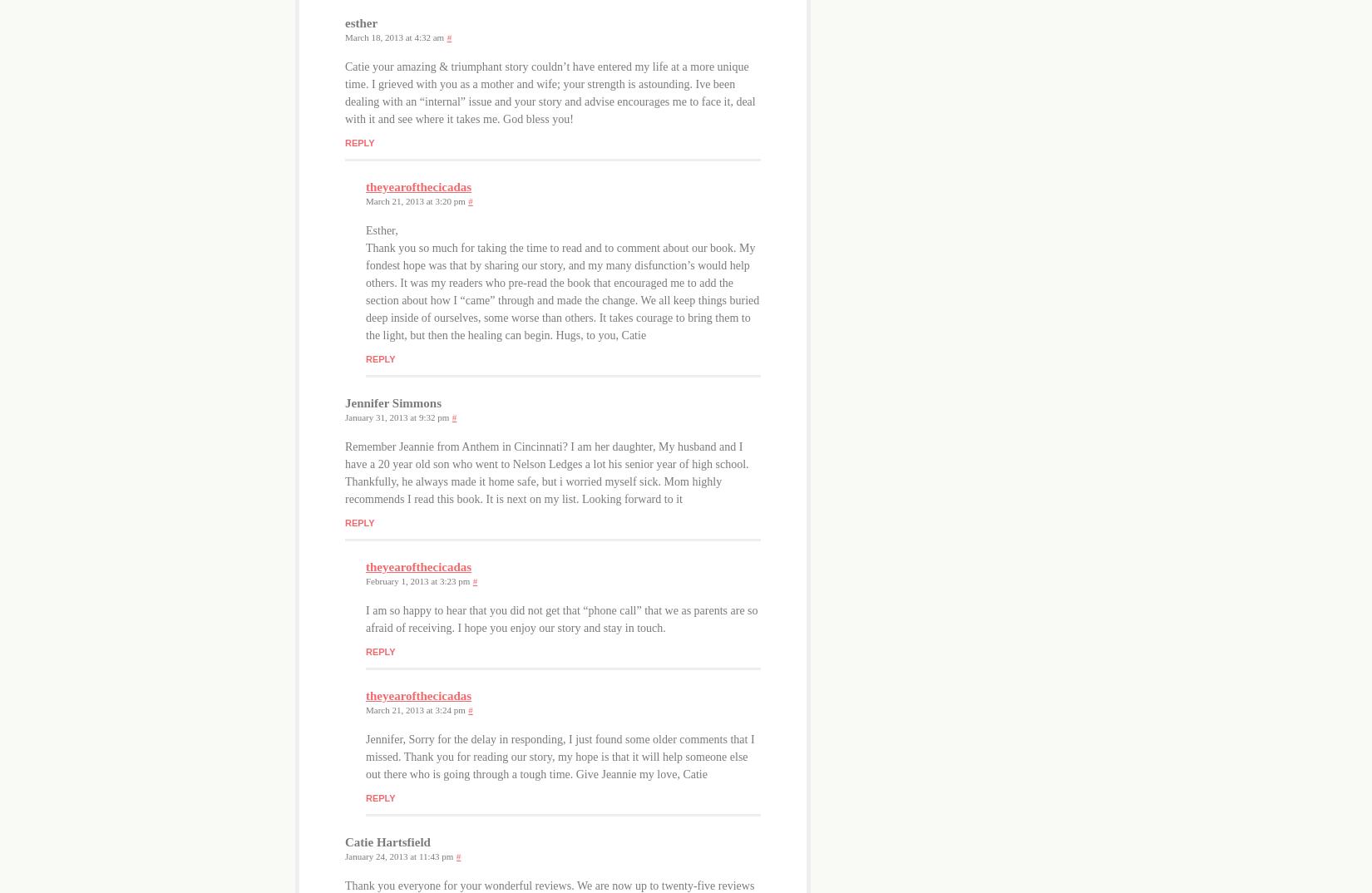 The width and height of the screenshot is (1372, 893). What do you see at coordinates (392, 402) in the screenshot?
I see `'Jennifer Simmons'` at bounding box center [392, 402].